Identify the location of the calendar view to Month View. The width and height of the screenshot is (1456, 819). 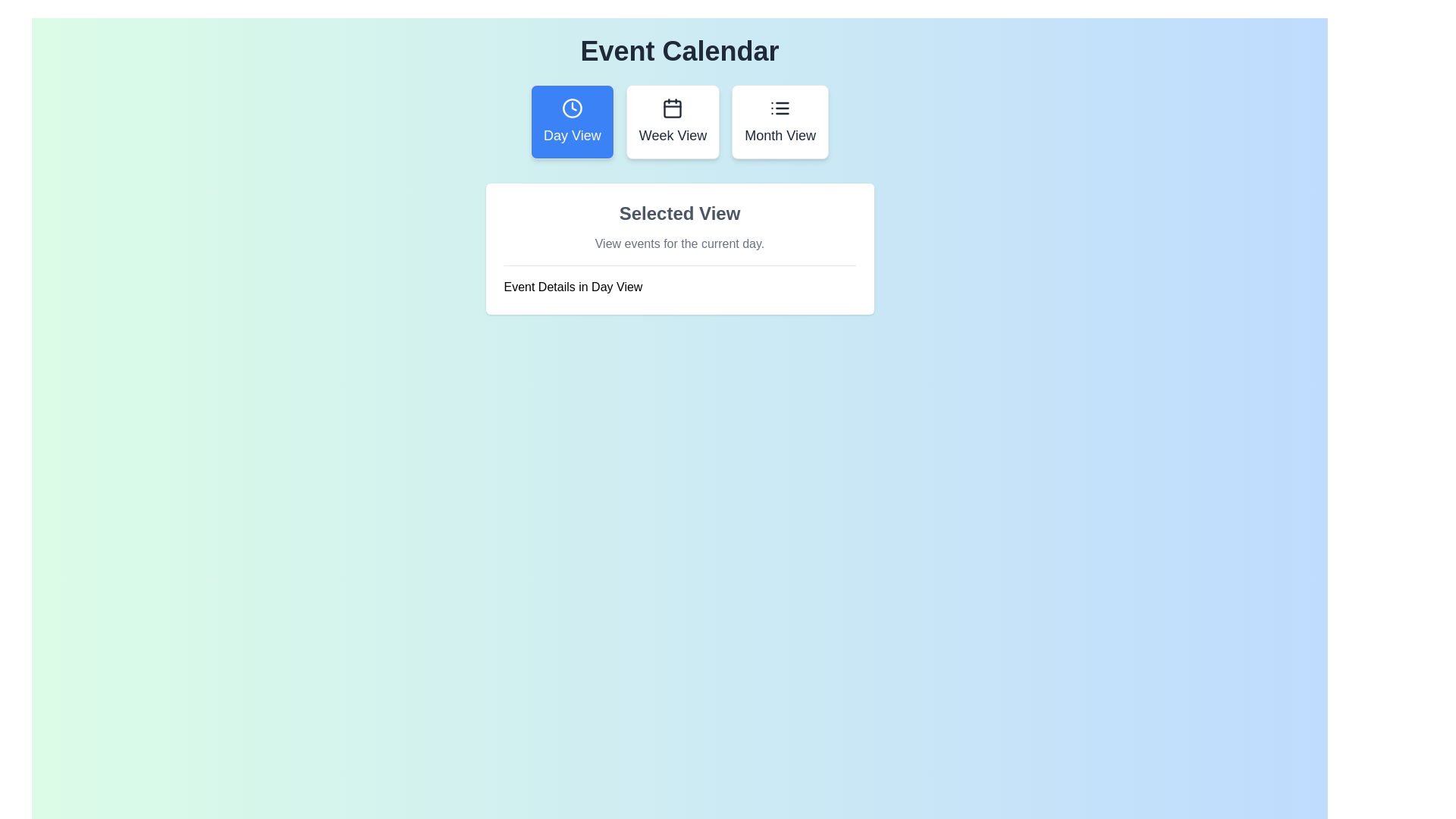
(780, 121).